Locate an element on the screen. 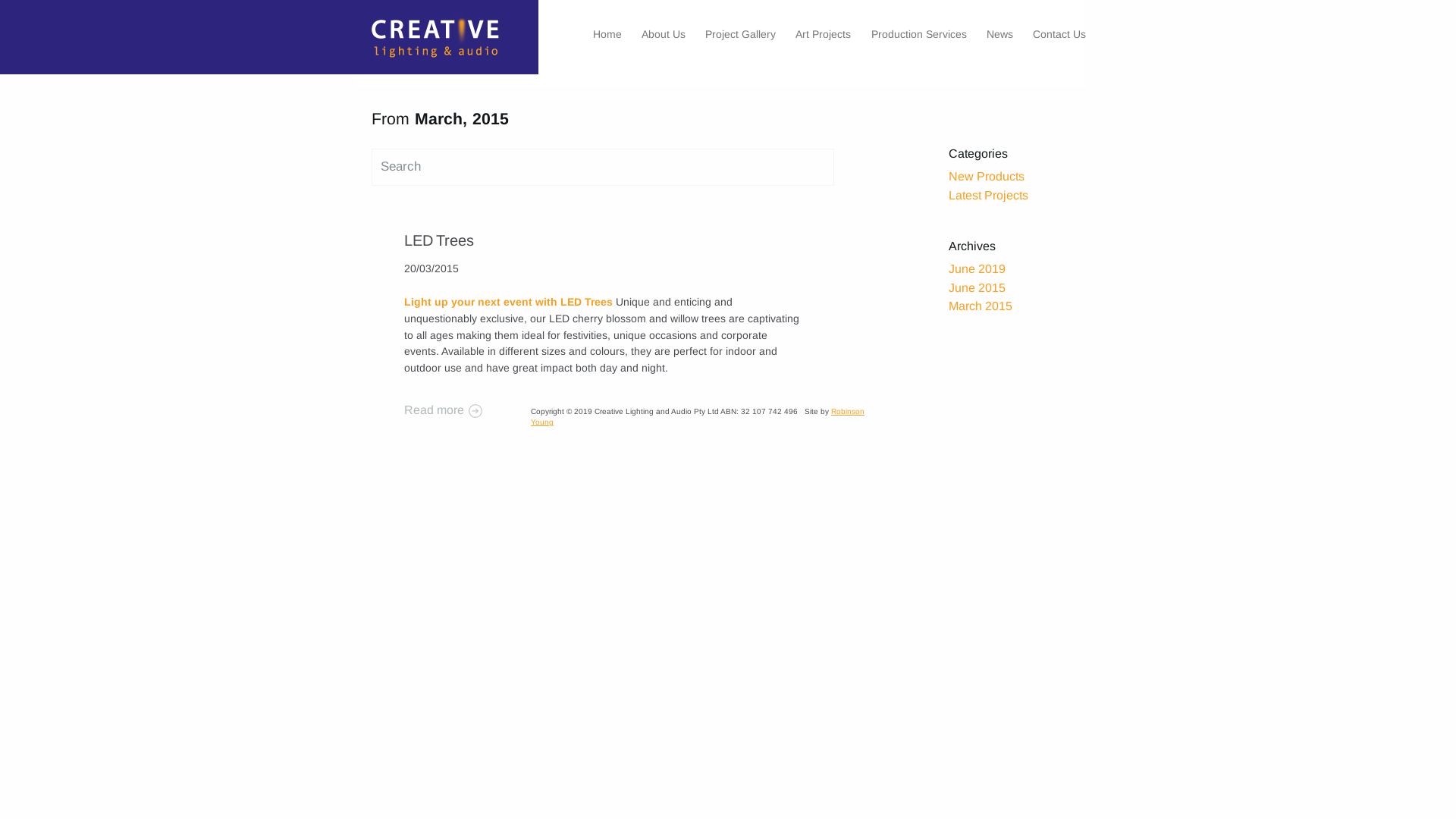 The width and height of the screenshot is (1456, 819). '20/03/2015' is located at coordinates (429, 268).